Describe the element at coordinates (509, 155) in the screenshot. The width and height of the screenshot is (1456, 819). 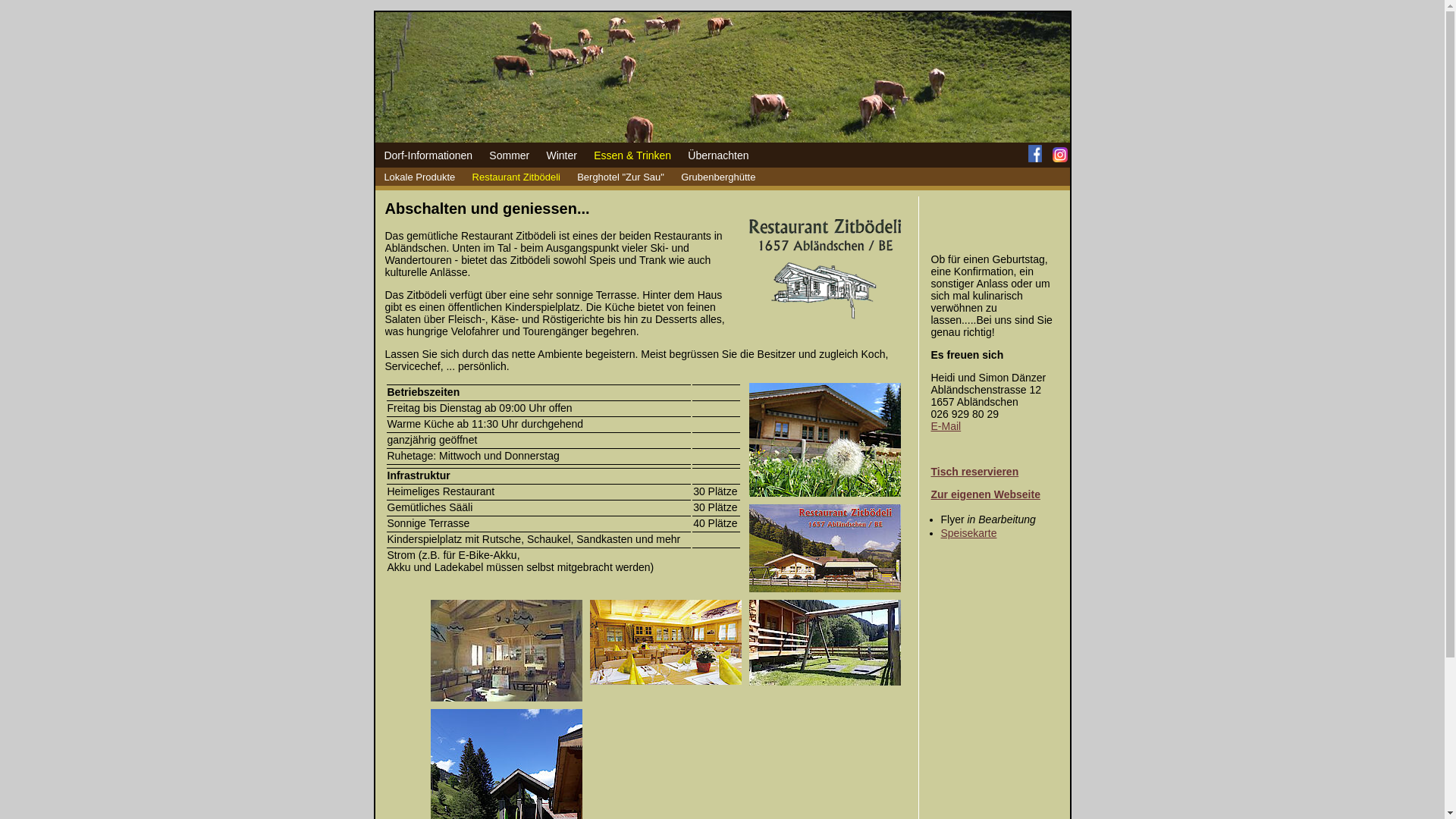
I see `'Sommer'` at that location.